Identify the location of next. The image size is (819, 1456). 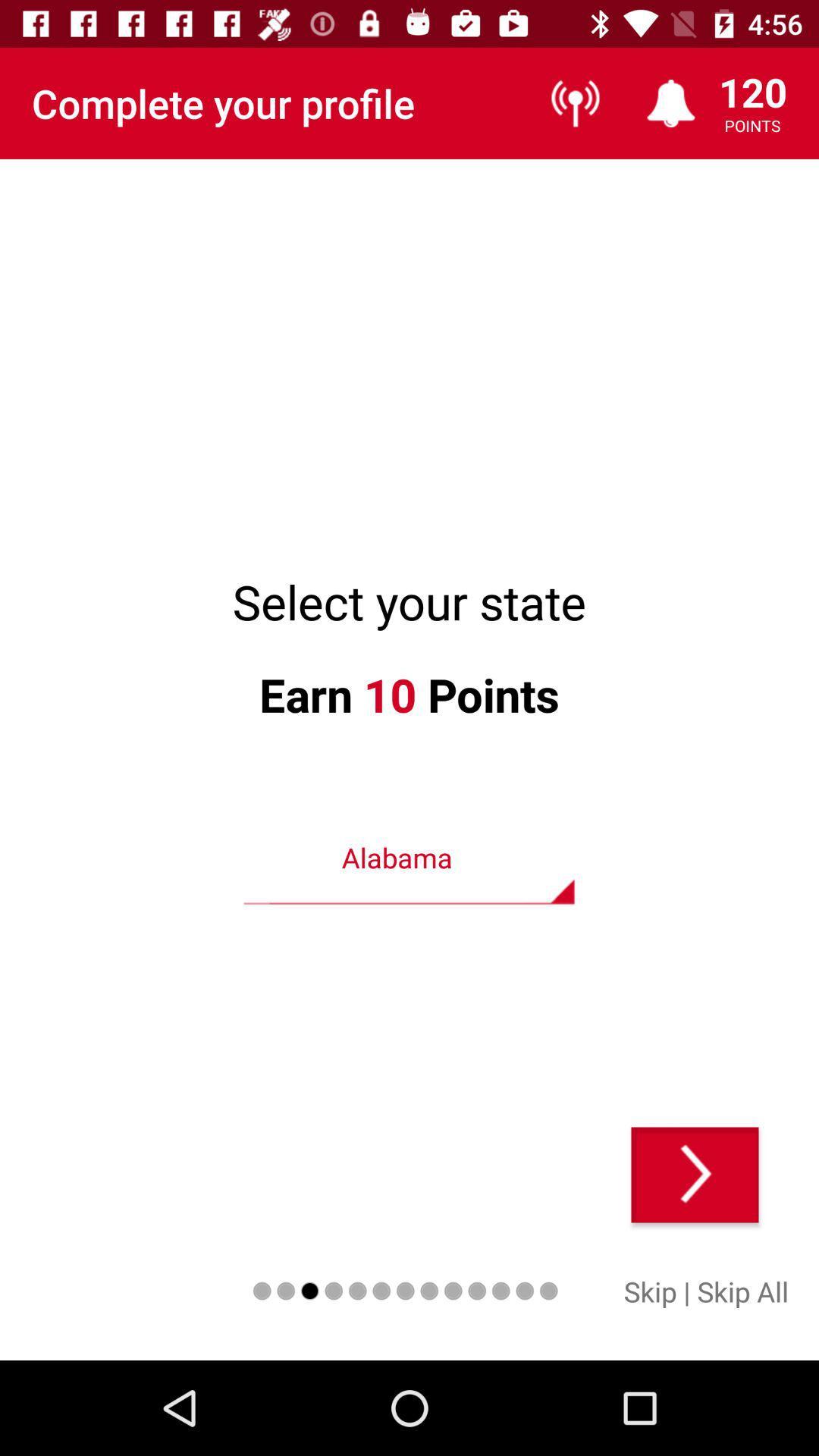
(695, 1174).